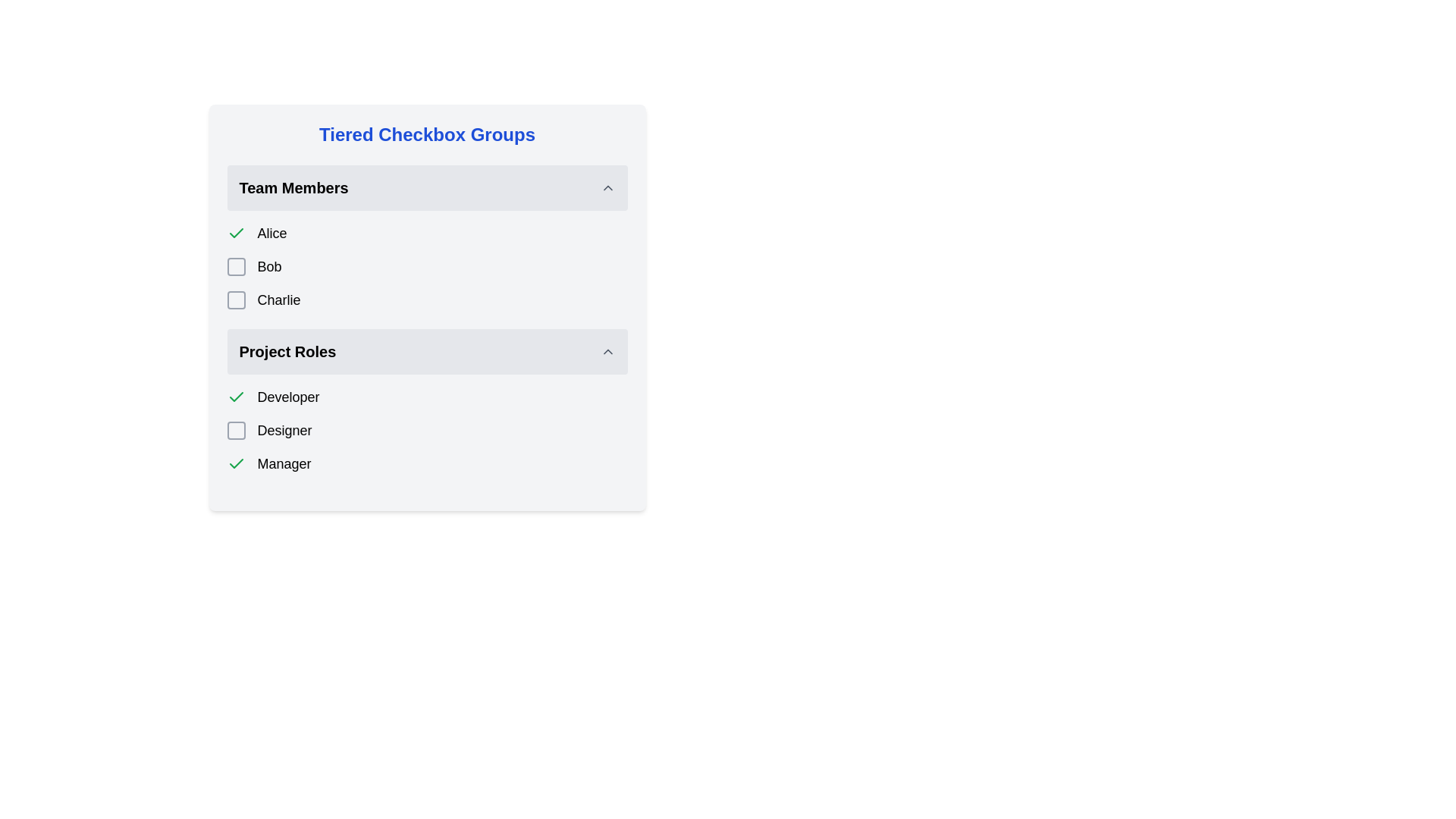 This screenshot has height=819, width=1456. What do you see at coordinates (235, 397) in the screenshot?
I see `the green checkmark icon in the checkbox control associated with the 'Developer' label under the 'Project Roles' section` at bounding box center [235, 397].